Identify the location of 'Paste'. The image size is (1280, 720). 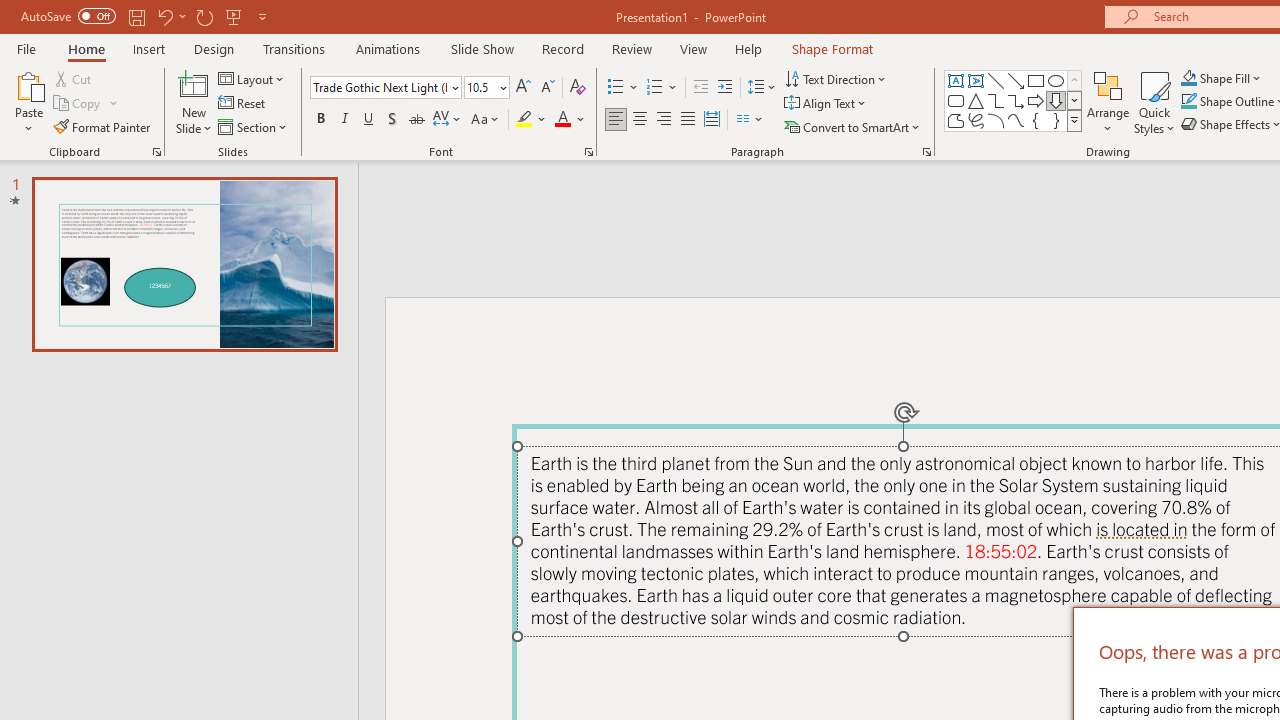
(28, 103).